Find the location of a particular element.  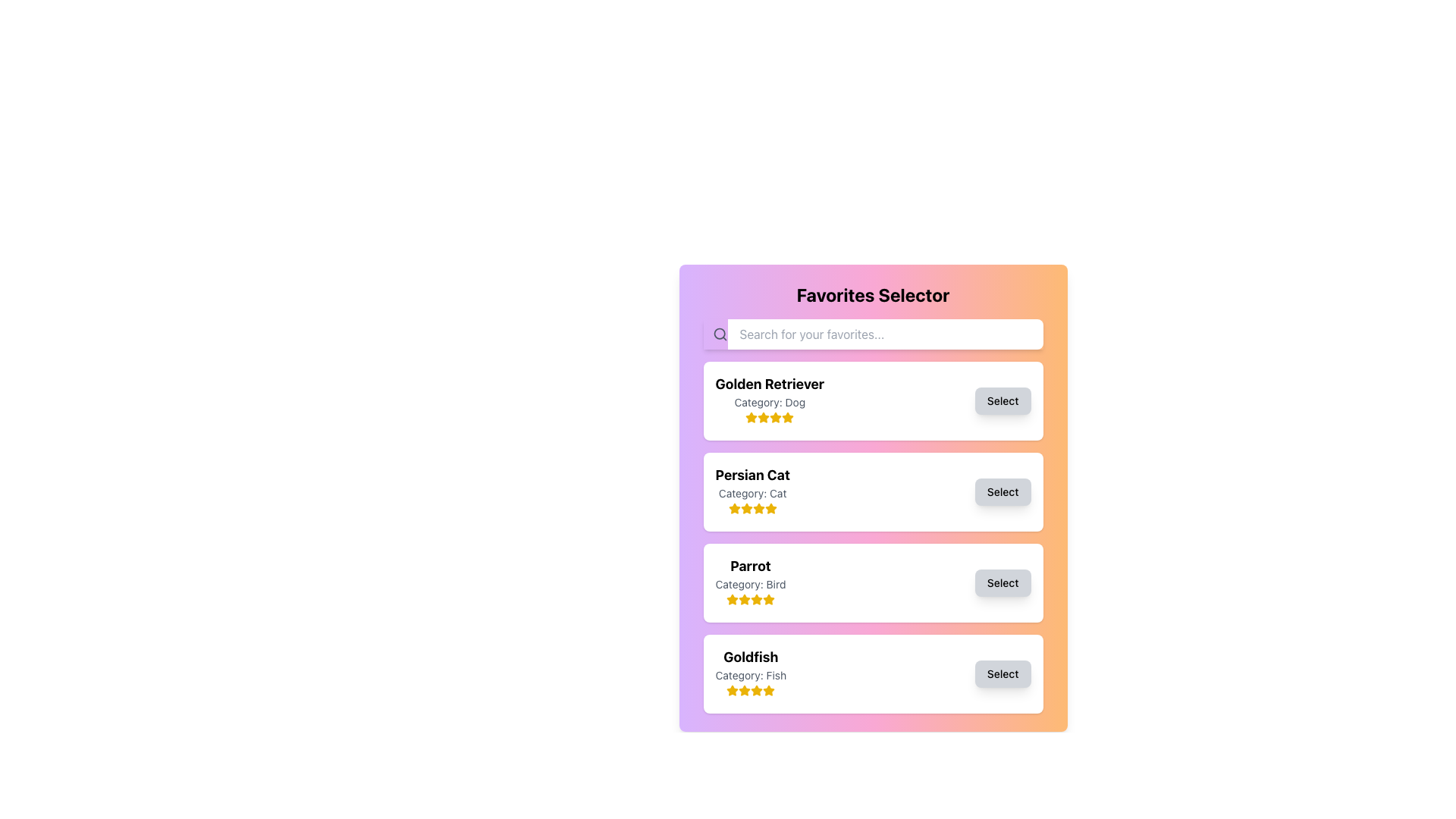

the fifth star icon in the rating system for the 'Goldfish' item, which represents a single unit of a five-star rating is located at coordinates (757, 690).